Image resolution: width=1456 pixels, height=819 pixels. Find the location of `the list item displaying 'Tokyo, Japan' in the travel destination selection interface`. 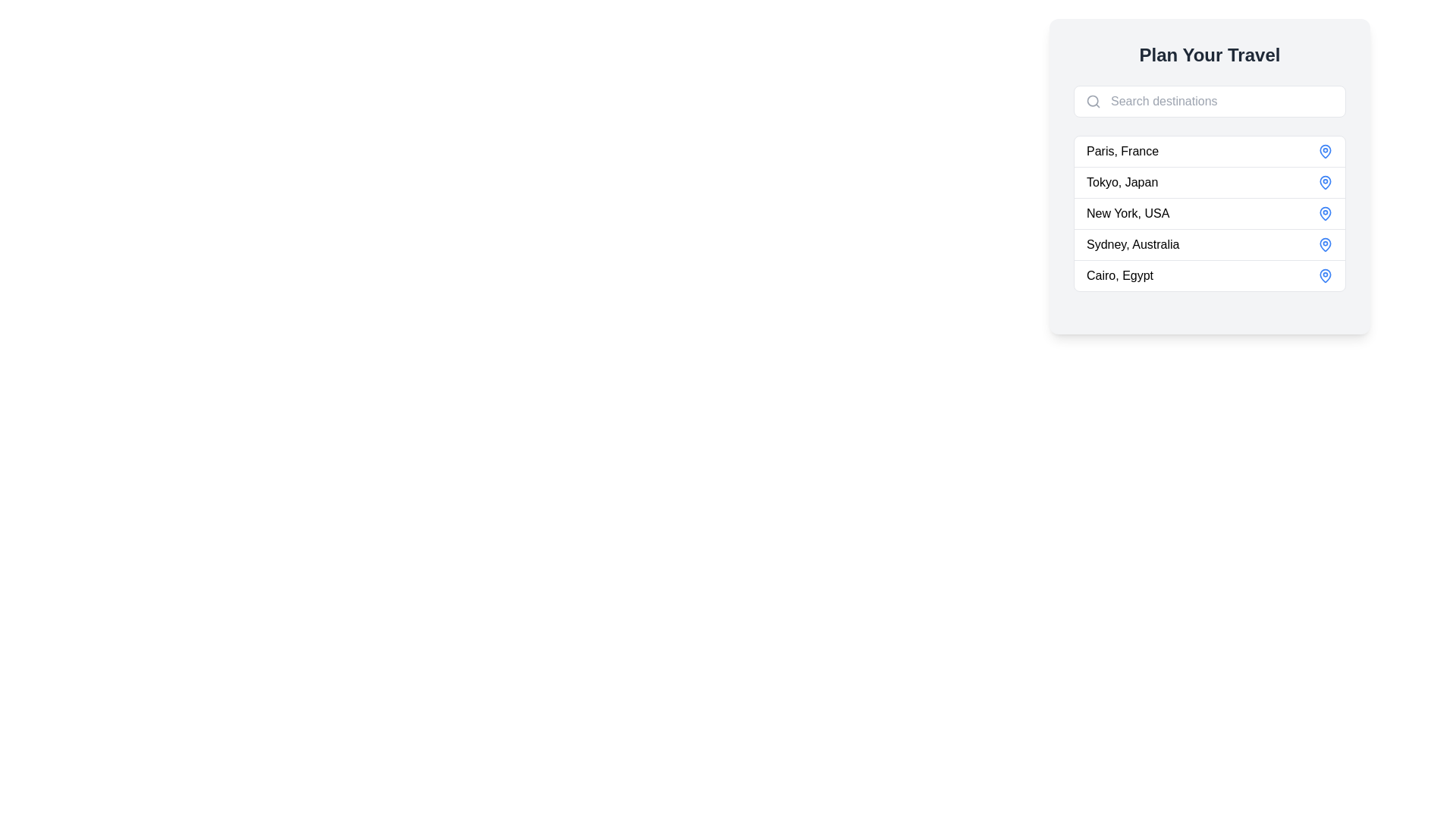

the list item displaying 'Tokyo, Japan' in the travel destination selection interface is located at coordinates (1209, 181).